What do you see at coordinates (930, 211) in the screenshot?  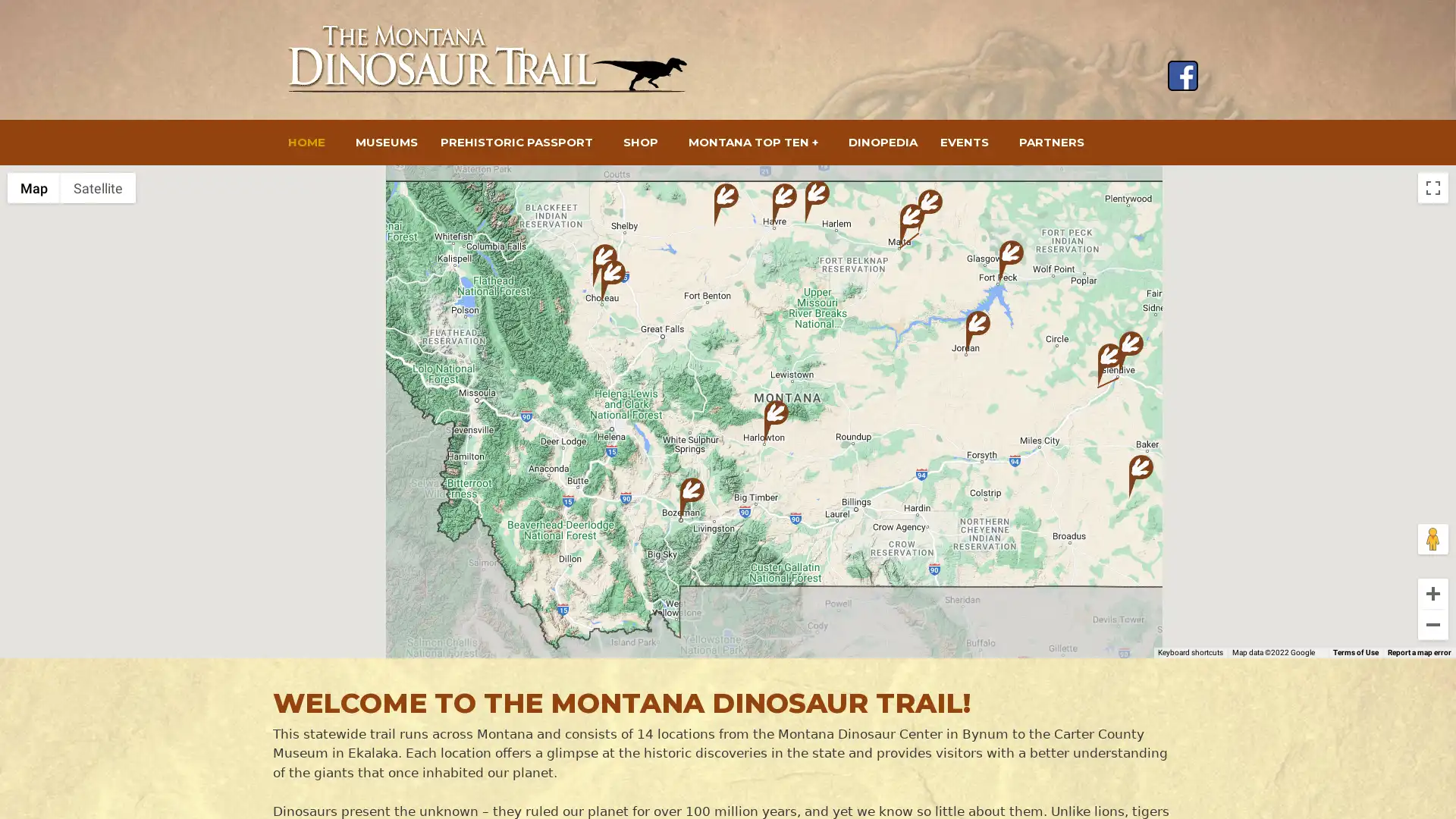 I see `Phillips County Museum` at bounding box center [930, 211].